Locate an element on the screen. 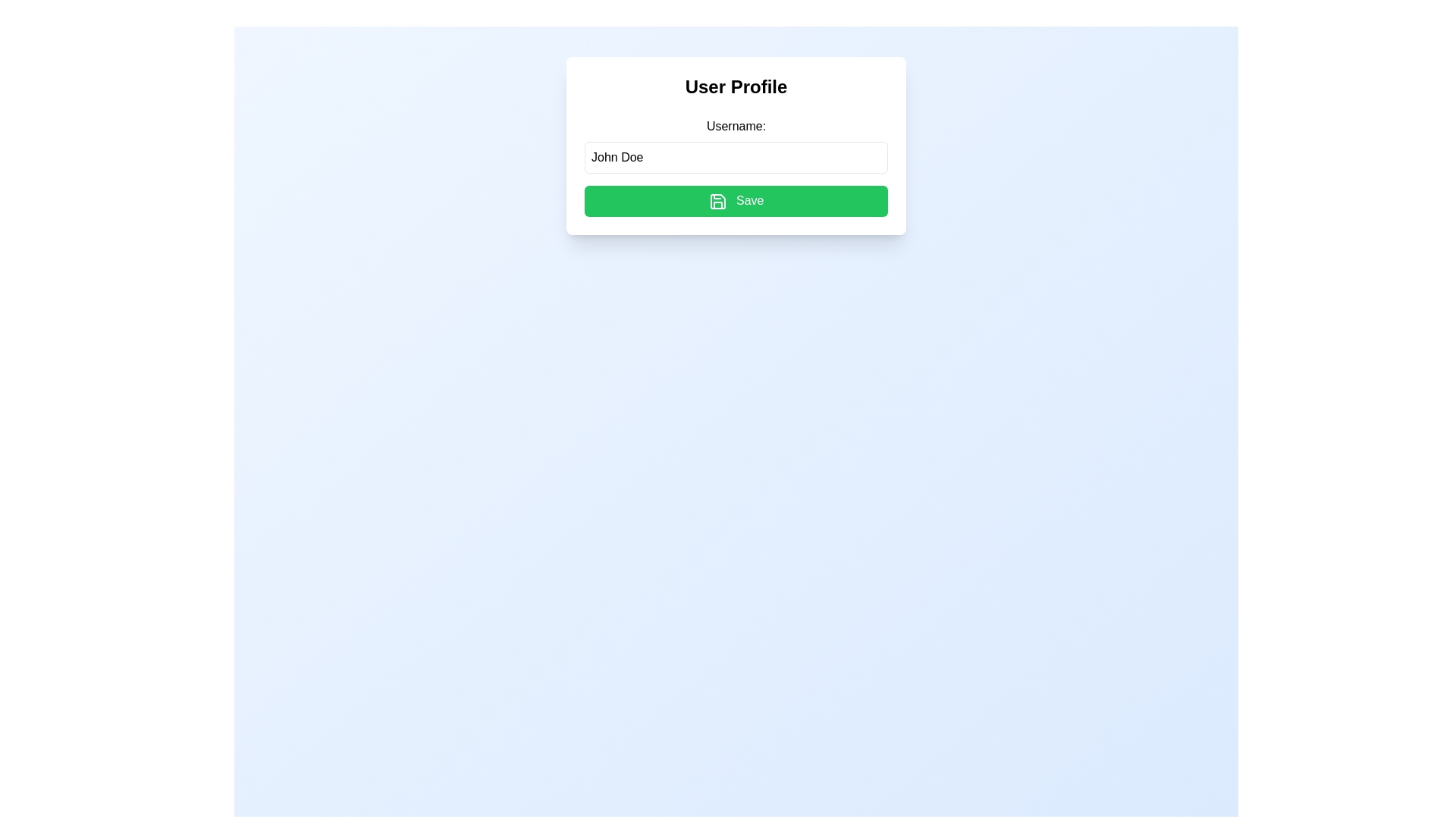  the save icon, which is a small green disk motif located below the Username text input field on the User Profile form is located at coordinates (717, 200).